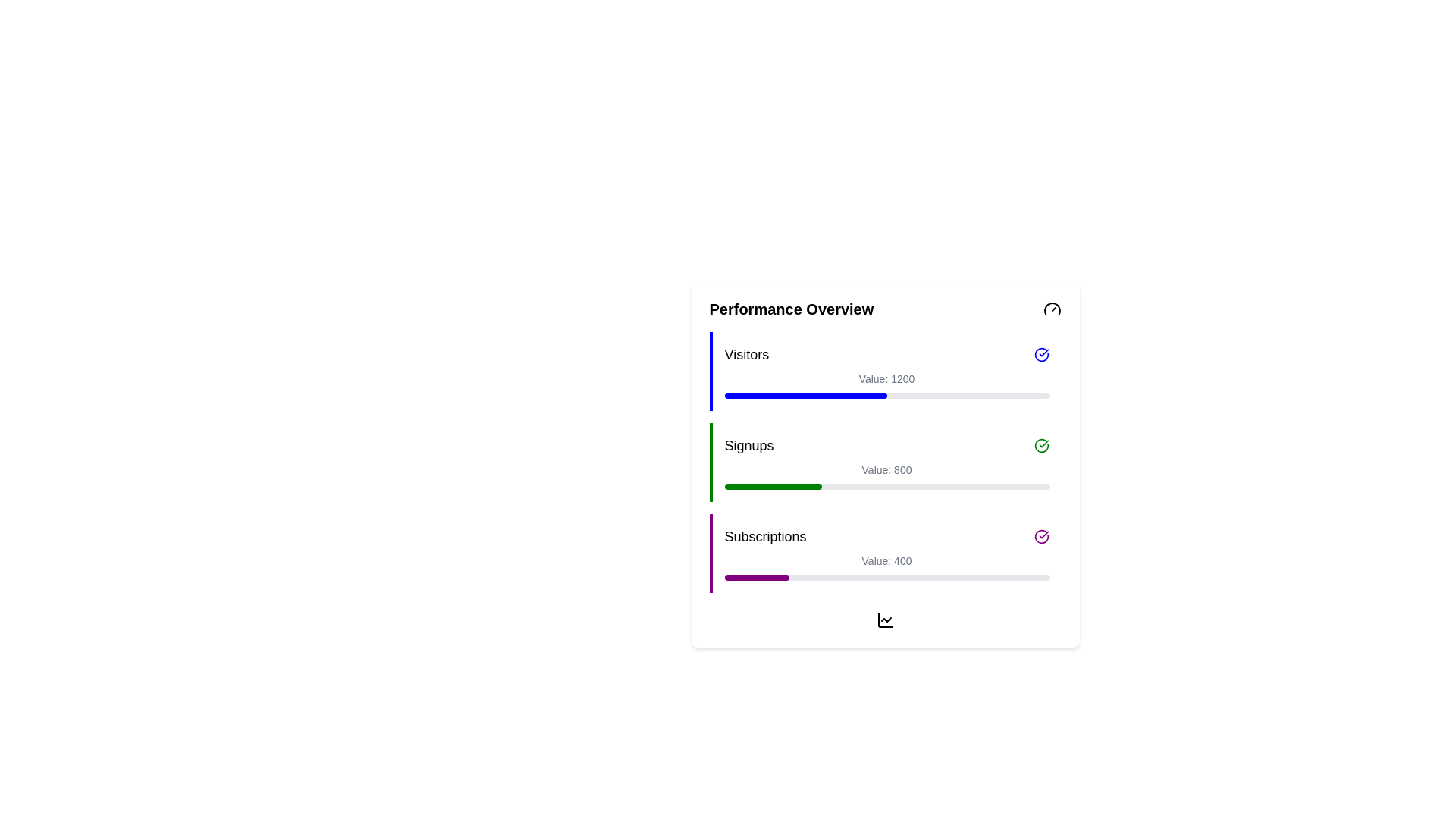 Image resolution: width=1456 pixels, height=819 pixels. I want to click on the Decorative SVG graphical element, which is part of a chart icon located at the bottom edge of a white panel displaying performance overview statistics, so click(885, 620).